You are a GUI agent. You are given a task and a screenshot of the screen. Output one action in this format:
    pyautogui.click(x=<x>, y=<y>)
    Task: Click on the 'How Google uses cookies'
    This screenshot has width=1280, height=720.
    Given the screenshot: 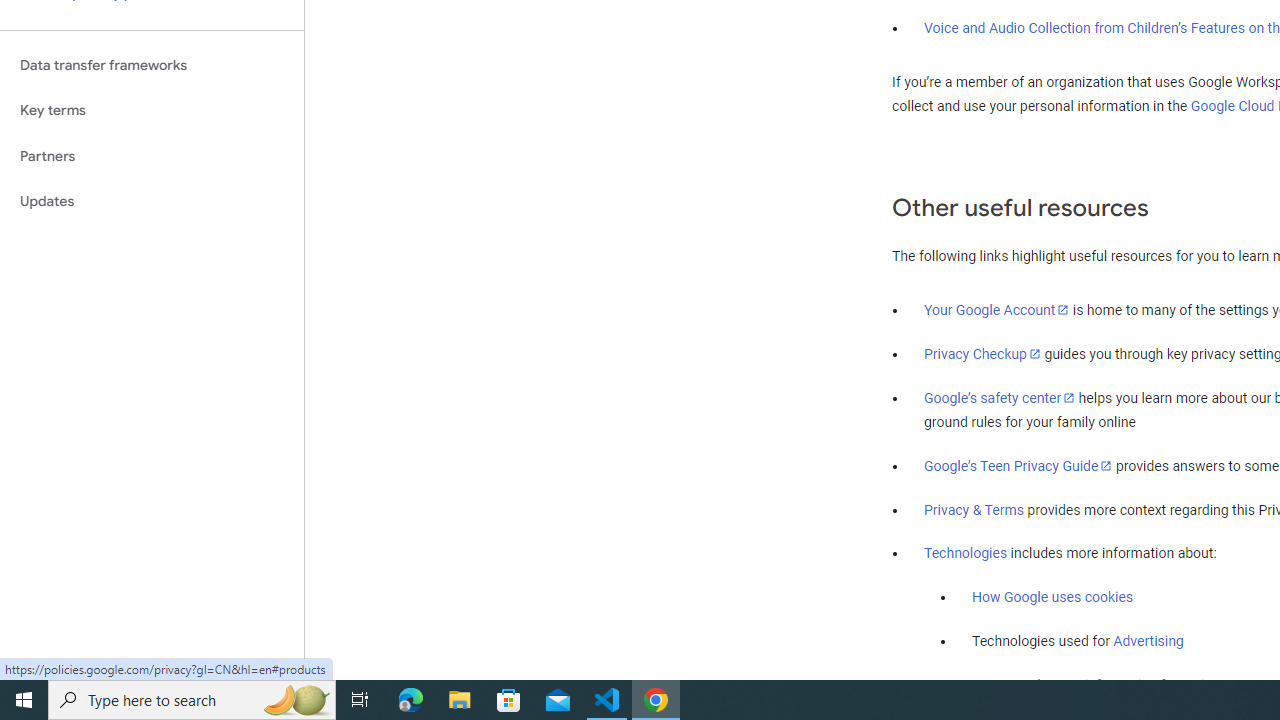 What is the action you would take?
    pyautogui.click(x=1051, y=596)
    